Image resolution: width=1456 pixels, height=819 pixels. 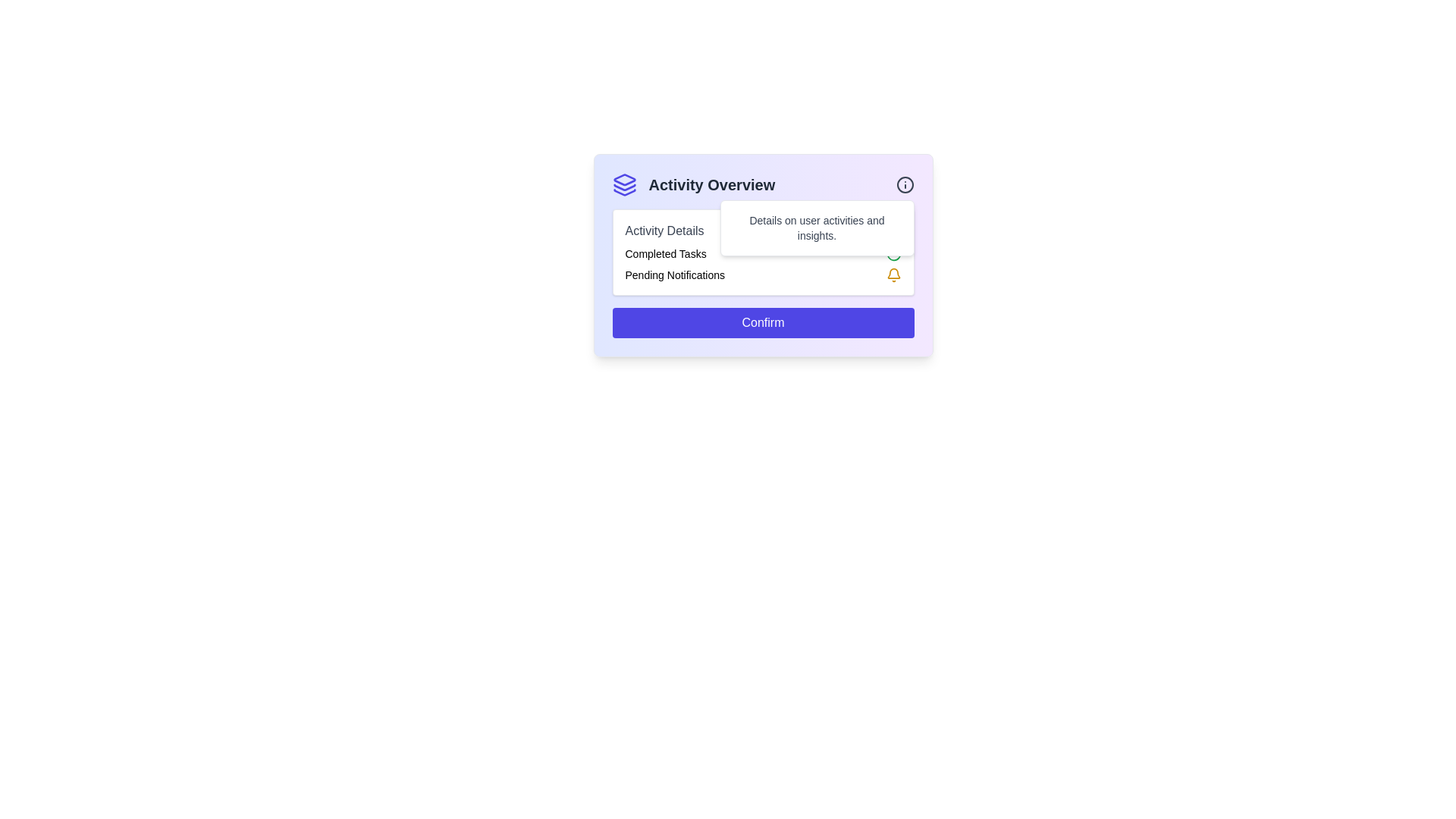 What do you see at coordinates (624, 184) in the screenshot?
I see `the stylized blue icon located to the left of the 'Activity Overview' heading, positioned at the top-left corner of the section` at bounding box center [624, 184].